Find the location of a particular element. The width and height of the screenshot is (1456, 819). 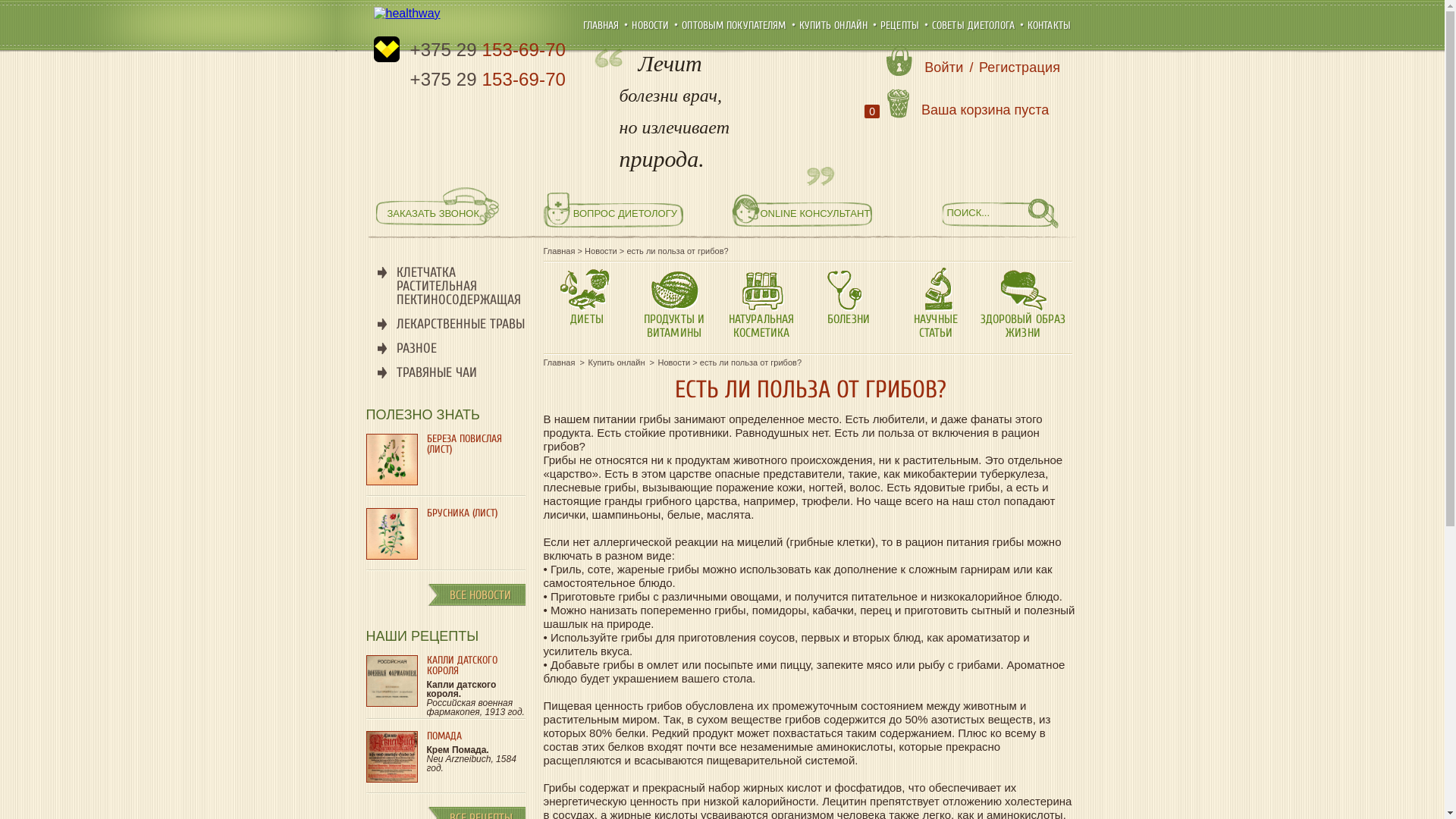

'+375 29 153-69-70' is located at coordinates (488, 79).